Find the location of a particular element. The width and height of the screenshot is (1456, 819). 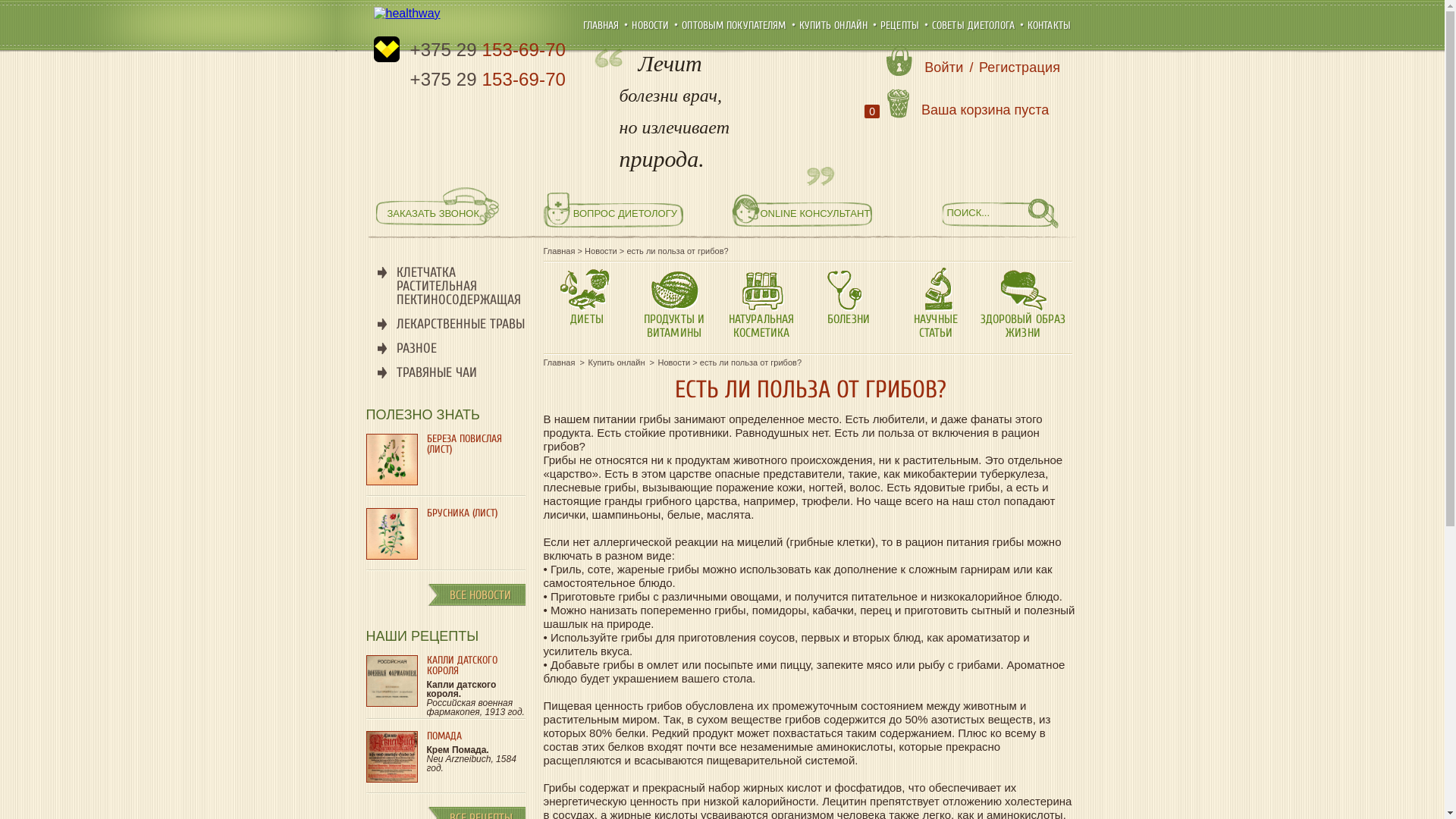

'+375 29 153-69-70' is located at coordinates (488, 79).